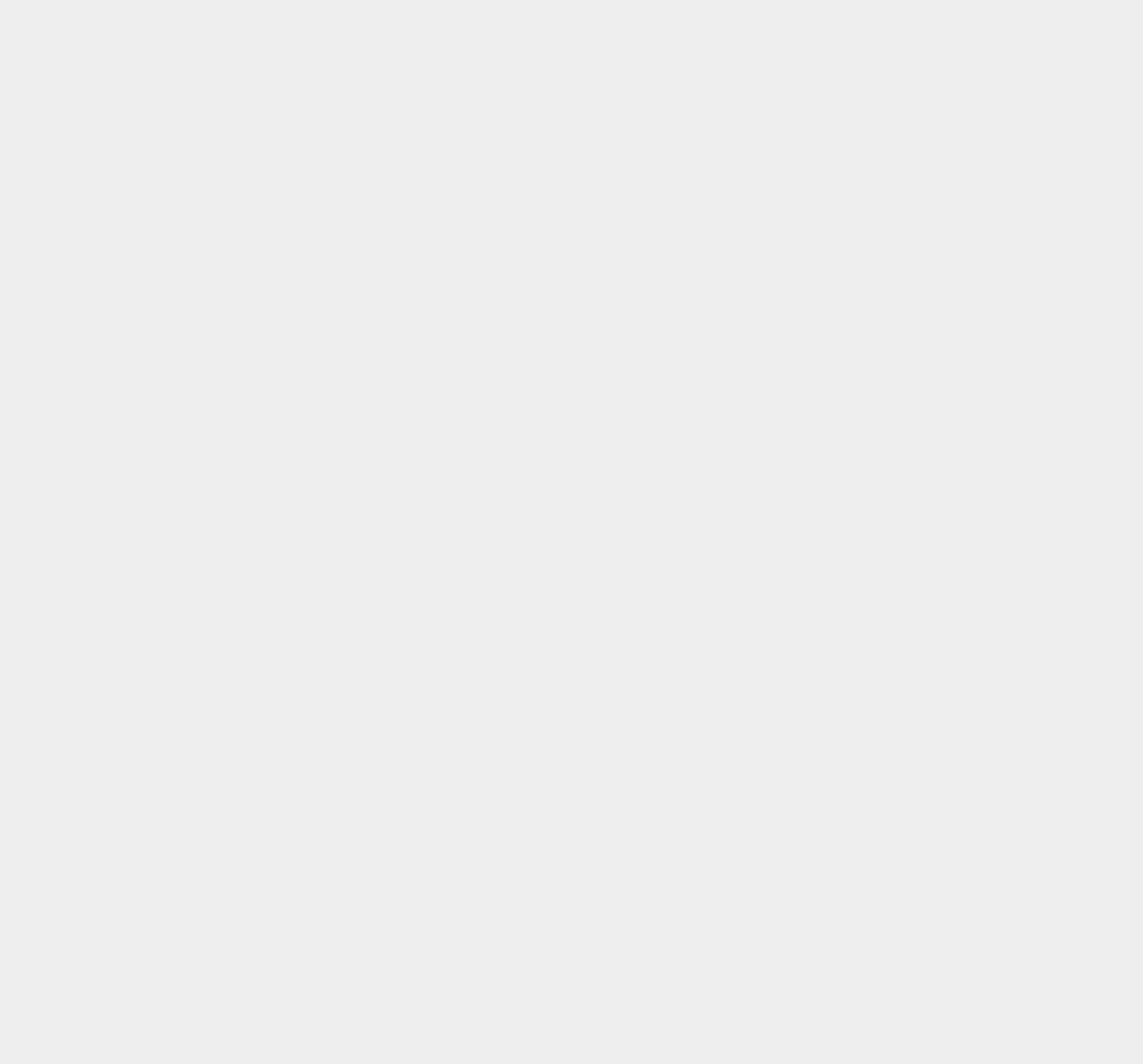 The image size is (1143, 1064). I want to click on 'macOS Beta', so click(845, 245).